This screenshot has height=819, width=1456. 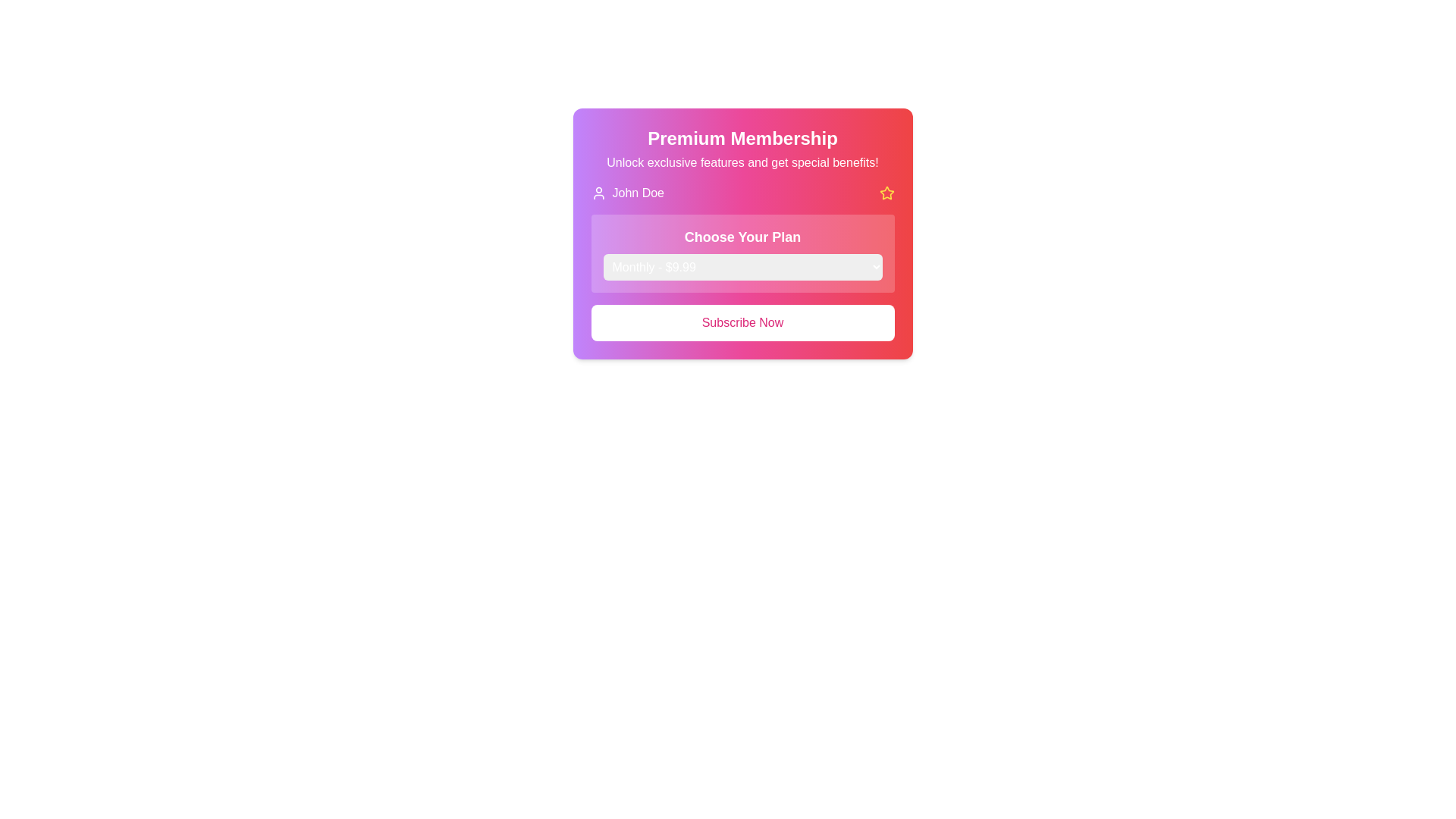 I want to click on the enticing description text label that promotes the benefits of a premium membership, located directly beneath the 'Premium Membership' heading, so click(x=742, y=163).